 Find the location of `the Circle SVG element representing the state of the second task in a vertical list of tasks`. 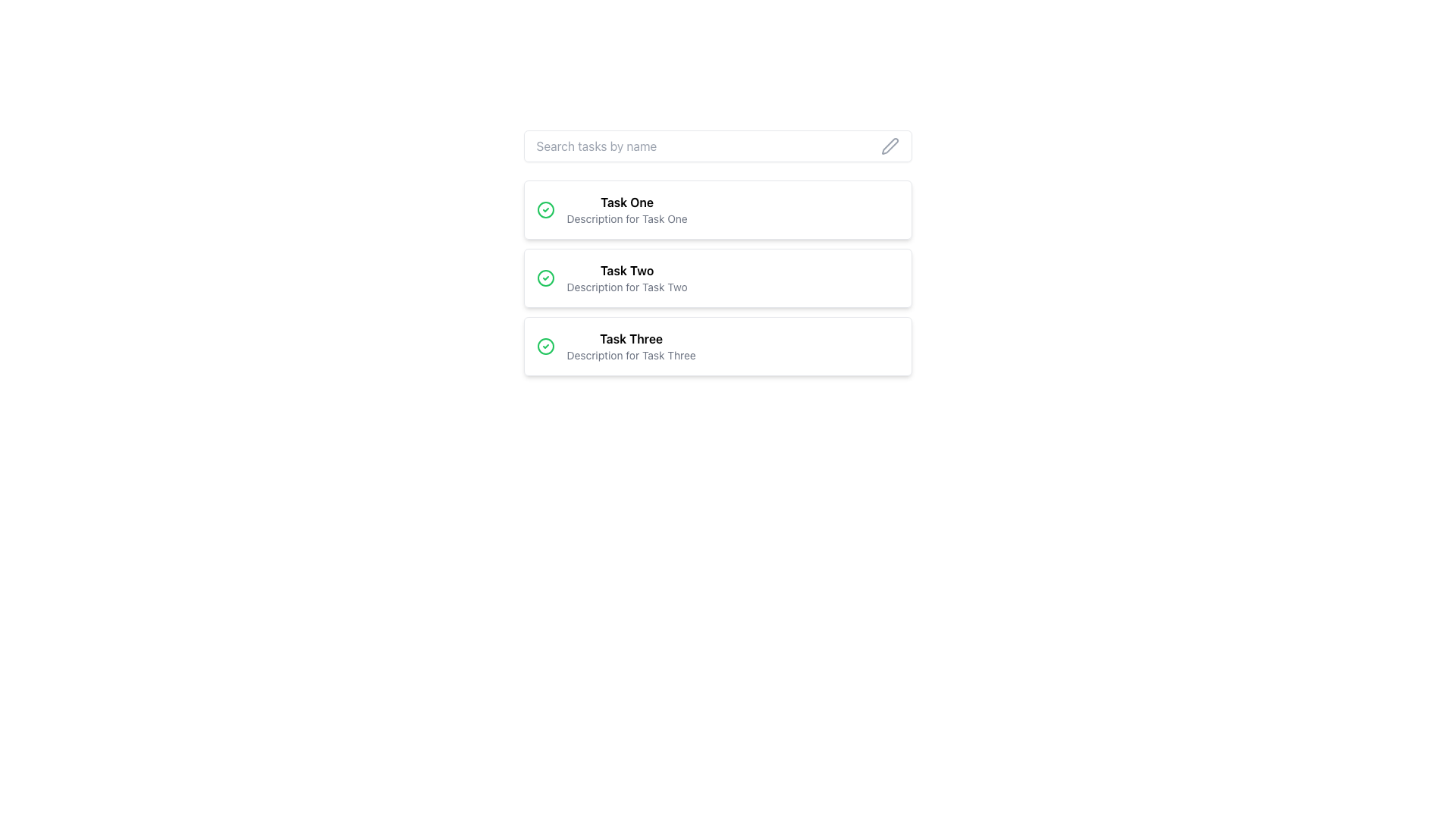

the Circle SVG element representing the state of the second task in a vertical list of tasks is located at coordinates (545, 278).